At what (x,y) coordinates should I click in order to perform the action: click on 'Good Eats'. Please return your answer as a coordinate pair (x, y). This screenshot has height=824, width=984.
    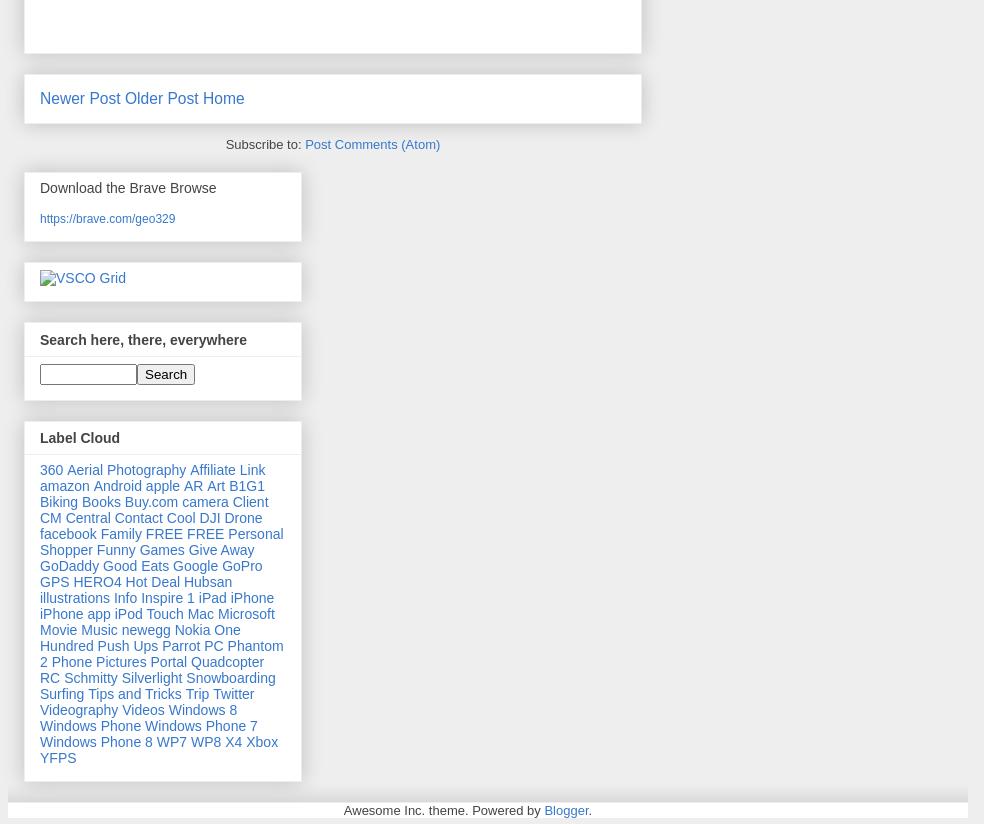
    Looking at the image, I should click on (135, 565).